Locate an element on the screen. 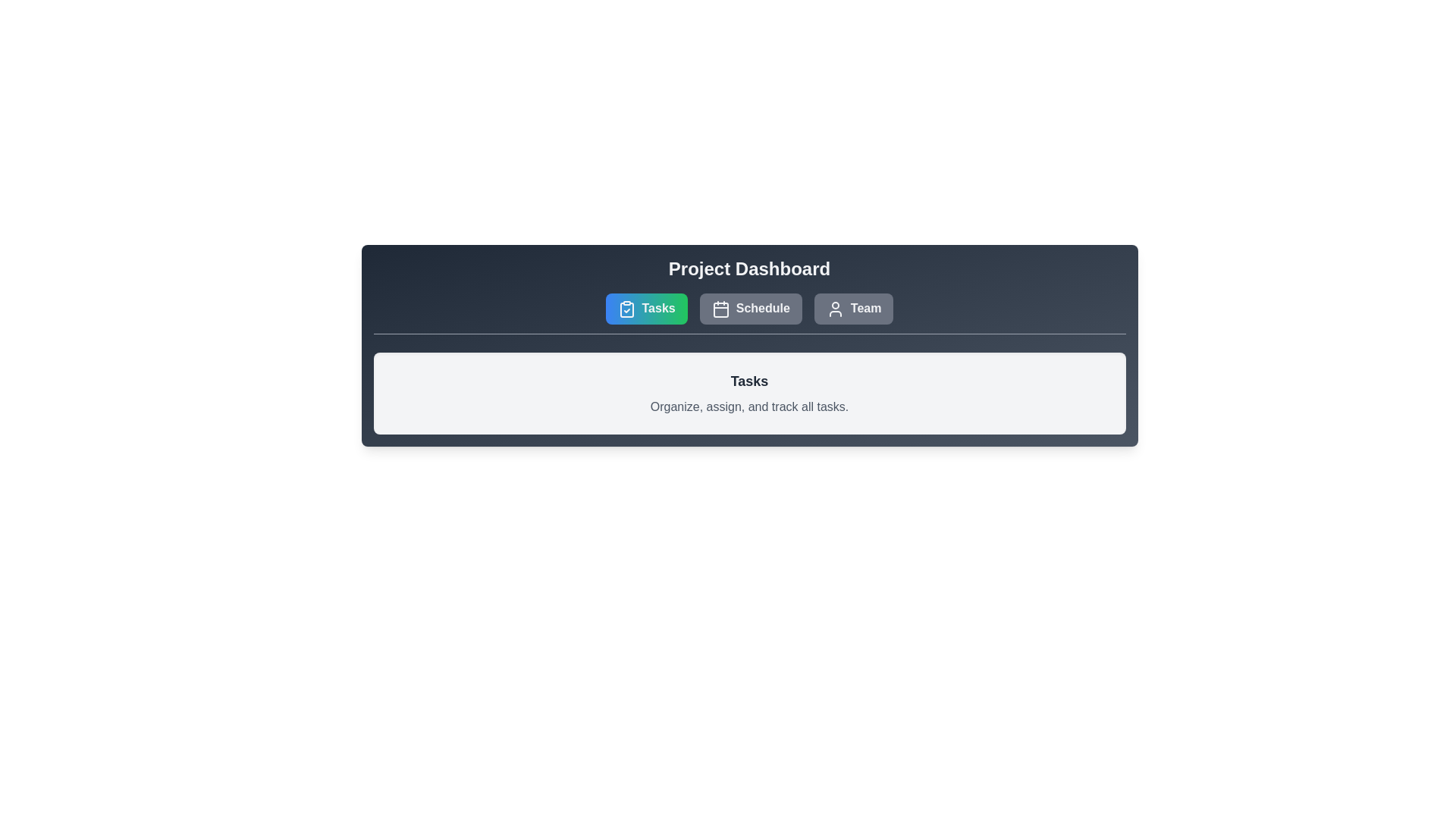 Image resolution: width=1456 pixels, height=819 pixels. the decorative icon within the 'Tasks' button located on the top navigation bar, which visually represents the concept of 'Tasks' is located at coordinates (626, 308).